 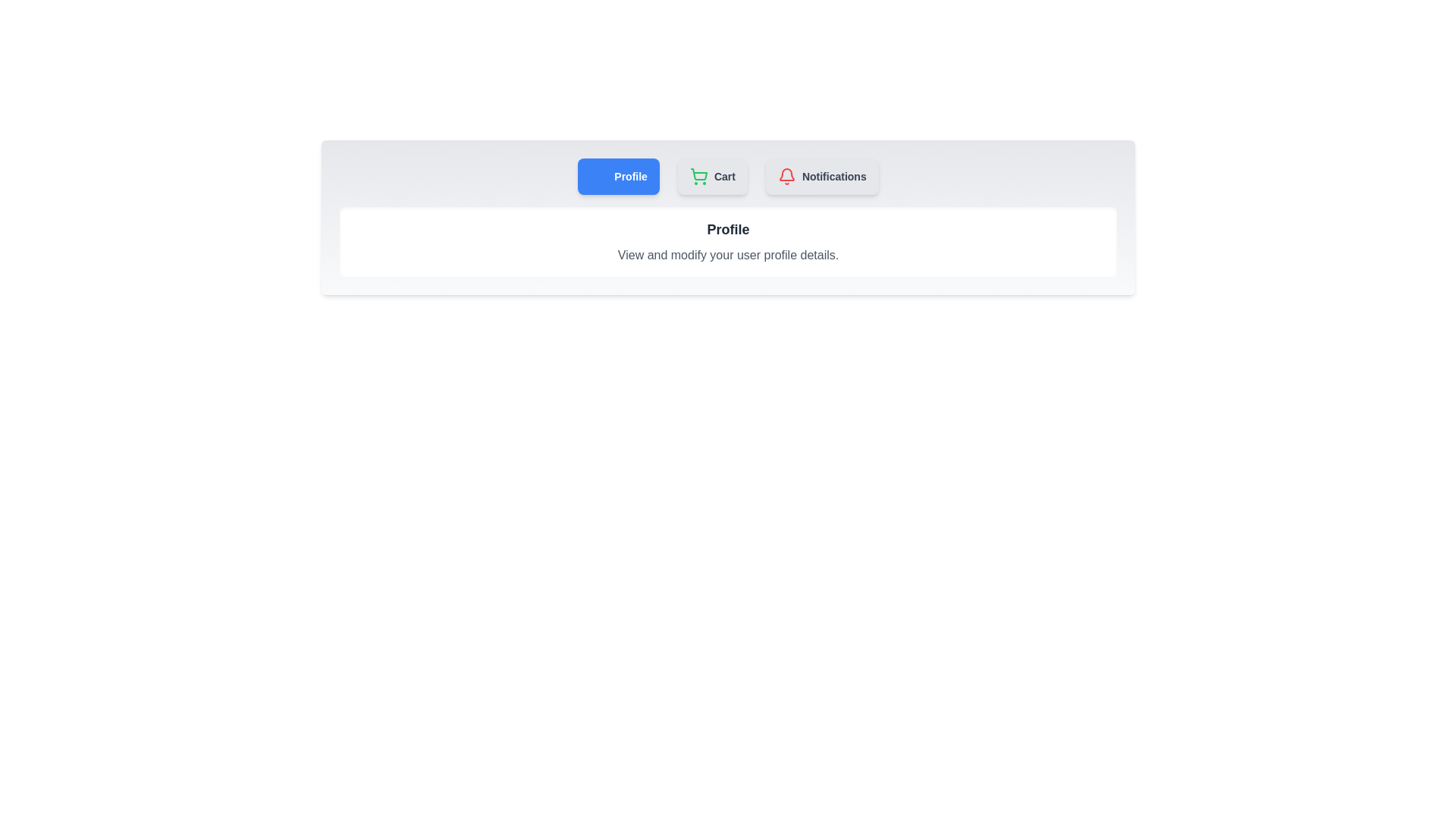 I want to click on the Notifications tab by clicking its button, so click(x=821, y=175).